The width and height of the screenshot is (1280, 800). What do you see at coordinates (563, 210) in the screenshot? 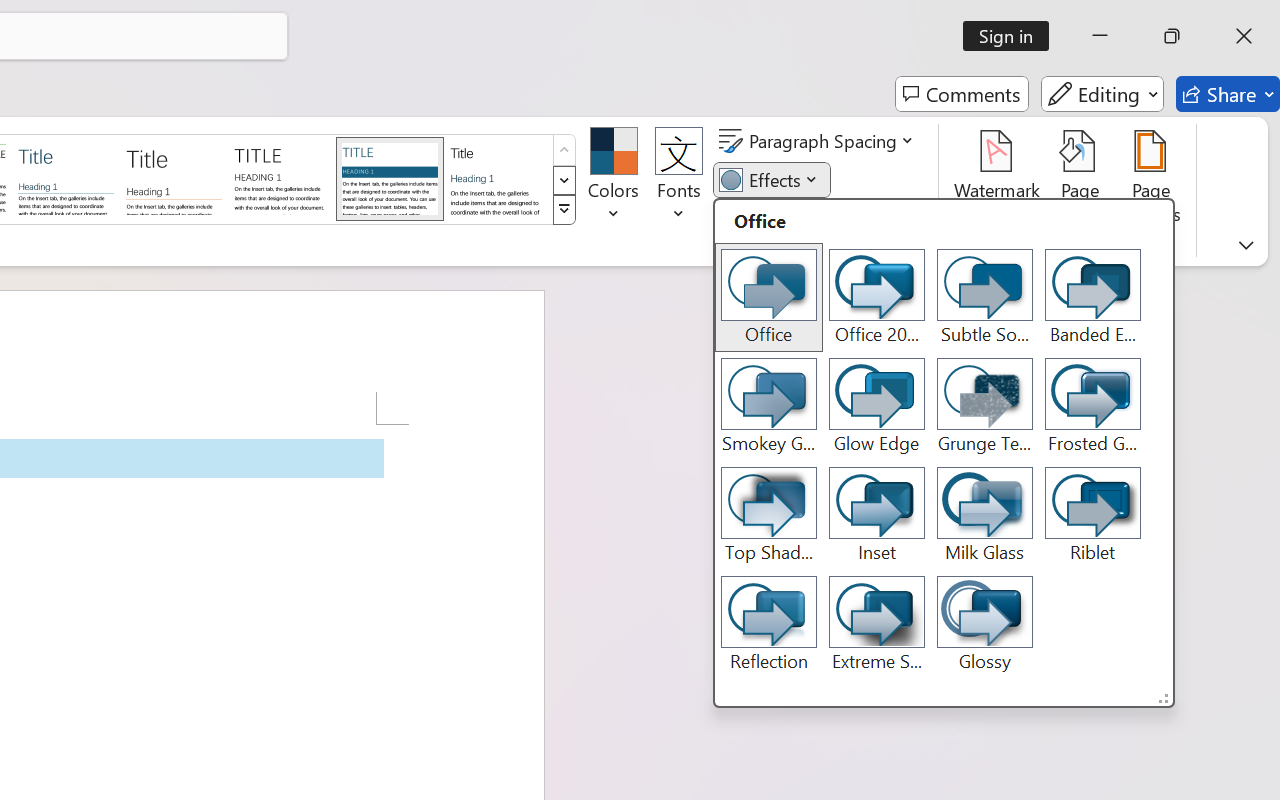
I see `'Style Set'` at bounding box center [563, 210].